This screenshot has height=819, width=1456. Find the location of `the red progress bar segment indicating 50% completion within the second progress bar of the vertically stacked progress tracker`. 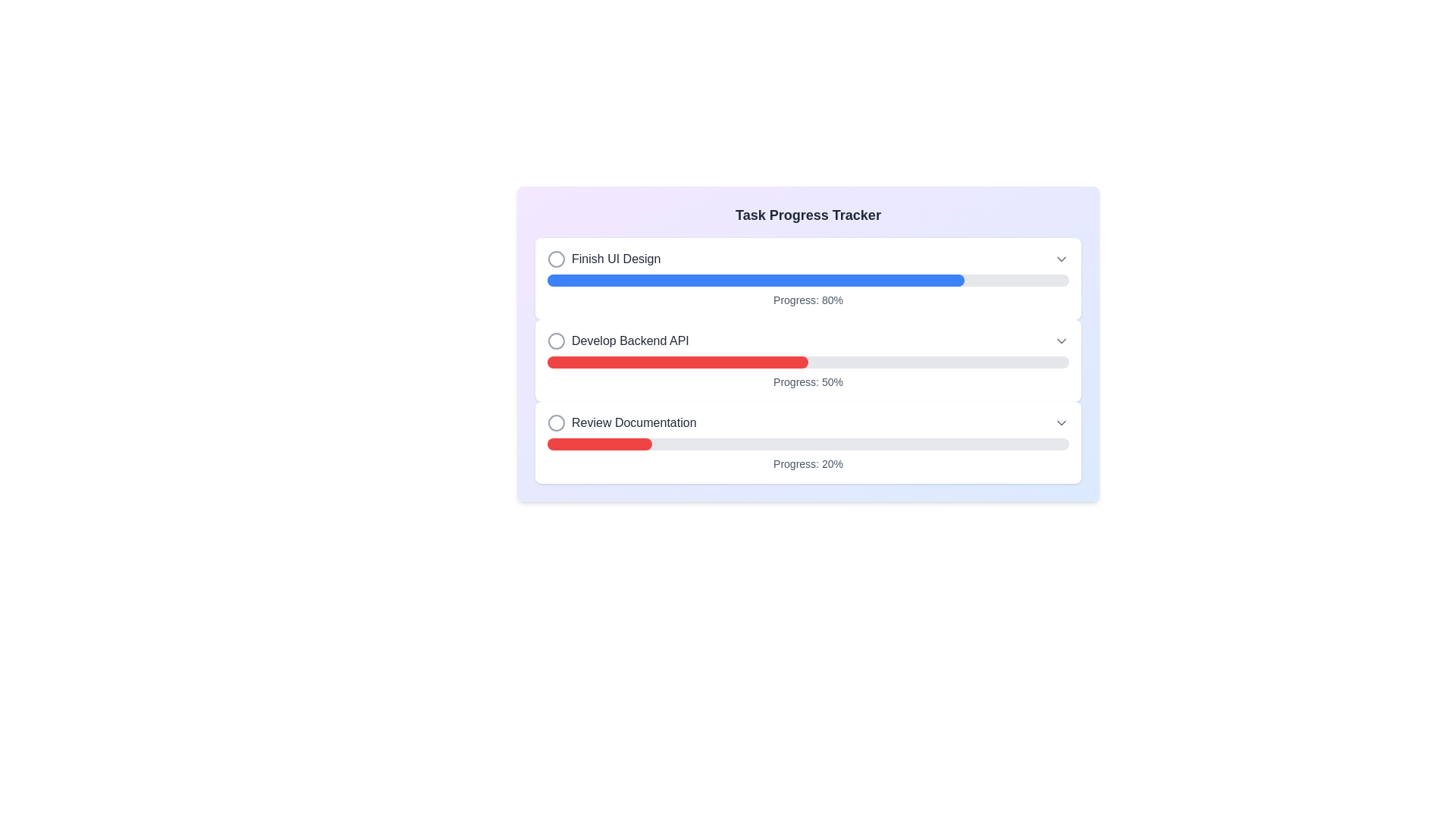

the red progress bar segment indicating 50% completion within the second progress bar of the vertically stacked progress tracker is located at coordinates (676, 362).